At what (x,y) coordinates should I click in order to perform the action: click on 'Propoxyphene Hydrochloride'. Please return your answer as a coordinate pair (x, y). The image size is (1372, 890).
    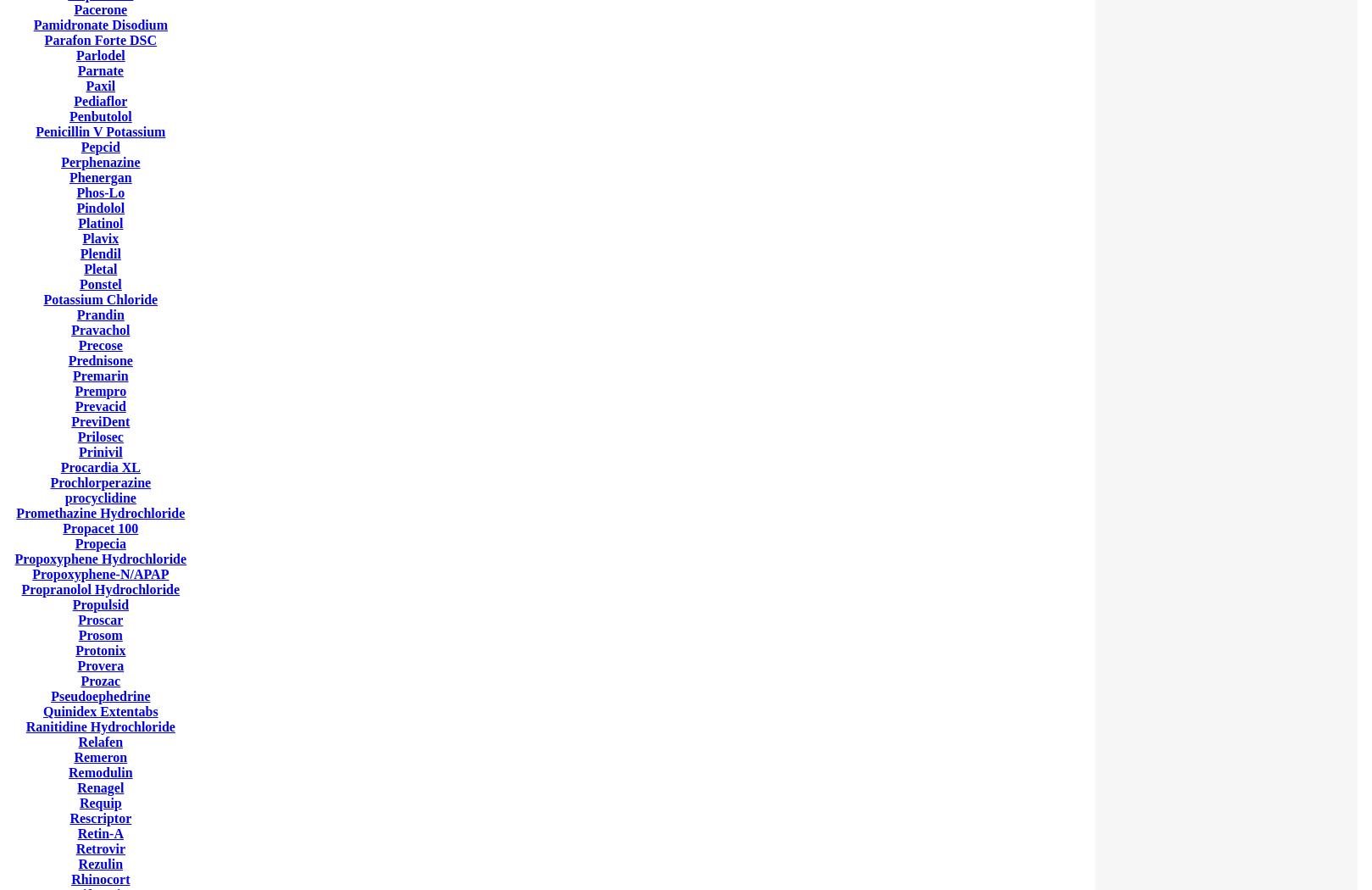
    Looking at the image, I should click on (100, 558).